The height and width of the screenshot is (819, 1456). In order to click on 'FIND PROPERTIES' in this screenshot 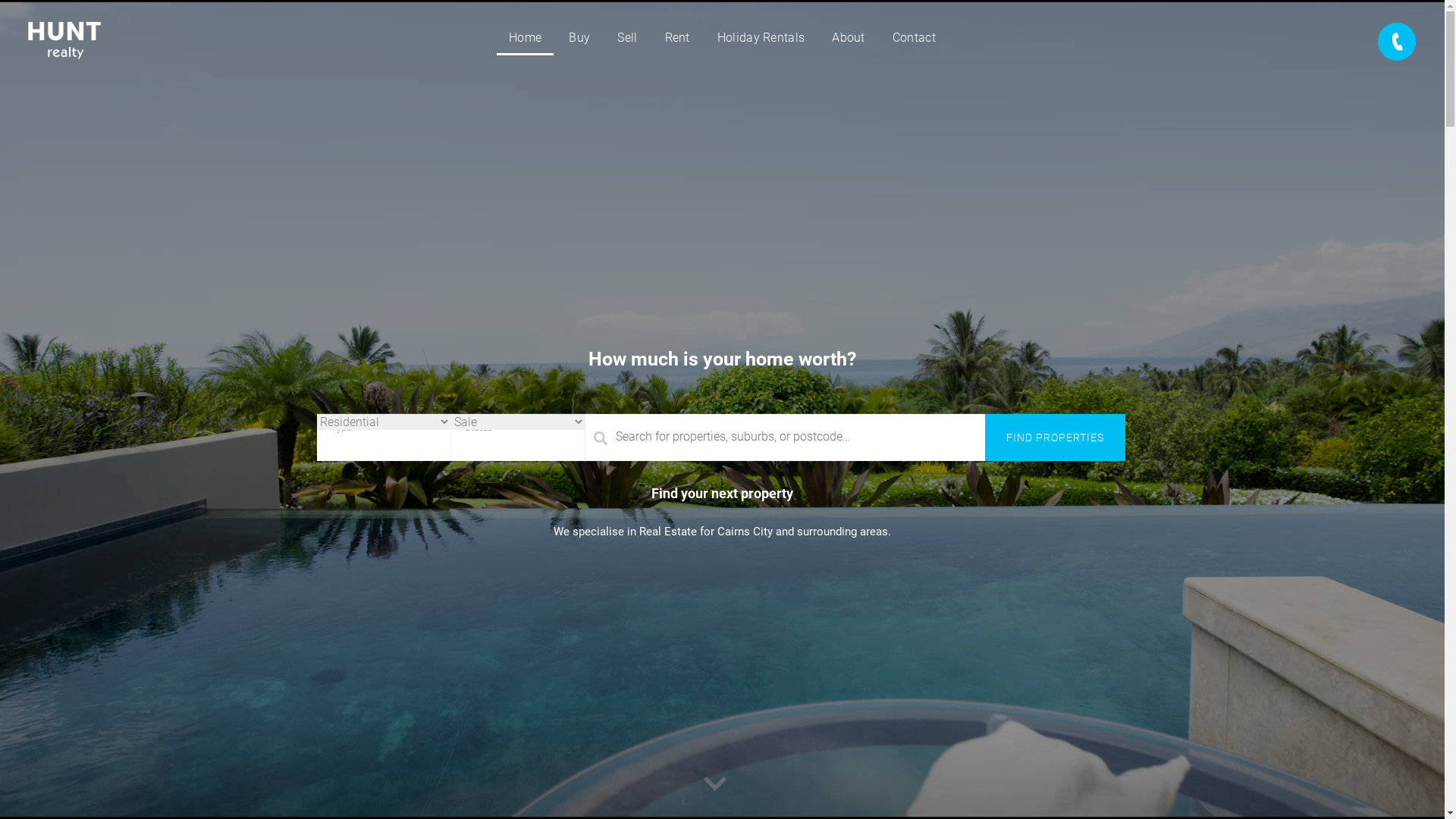, I will do `click(1054, 438)`.